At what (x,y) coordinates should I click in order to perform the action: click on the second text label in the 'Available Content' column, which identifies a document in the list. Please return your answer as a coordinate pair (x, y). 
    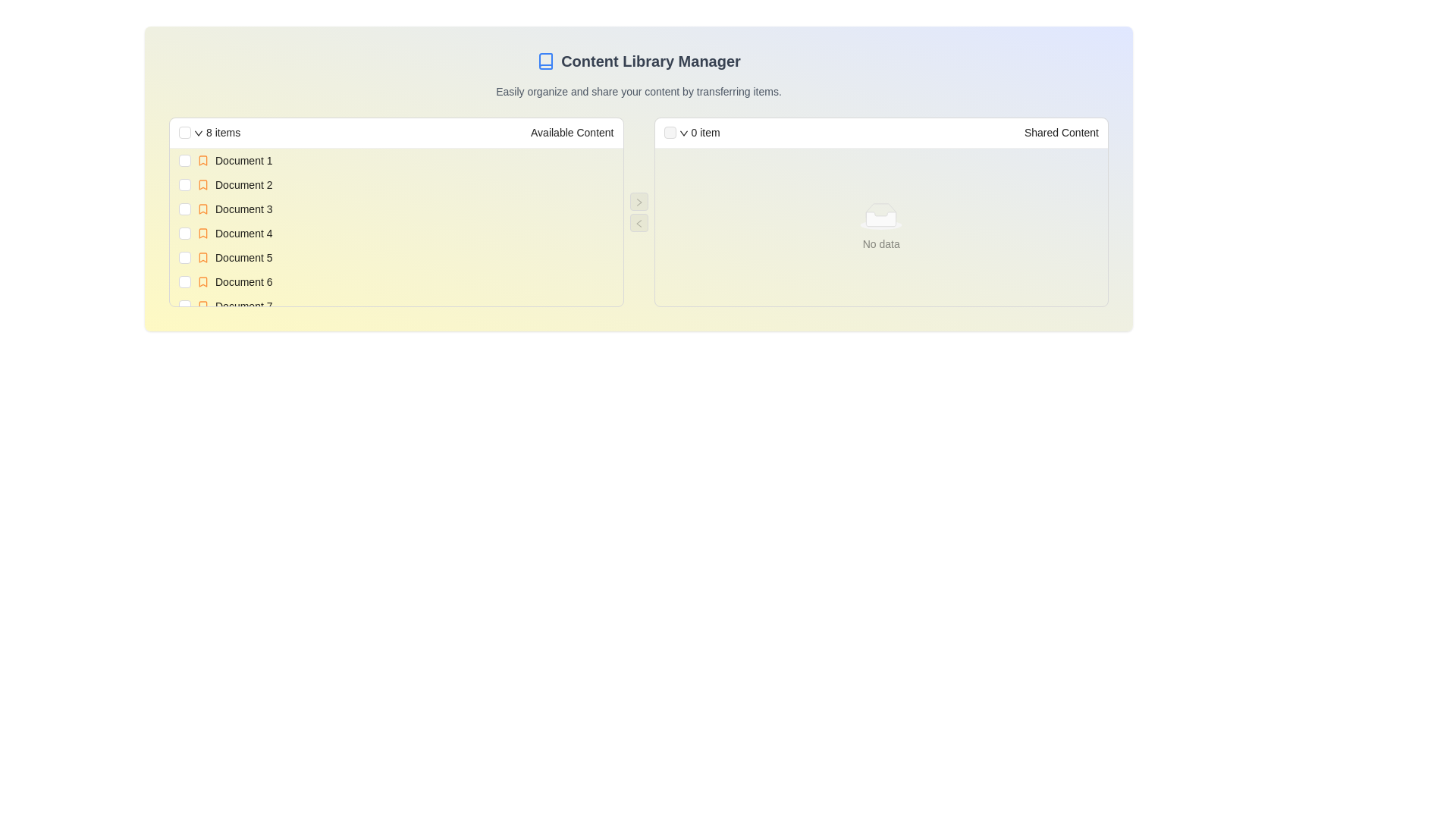
    Looking at the image, I should click on (243, 184).